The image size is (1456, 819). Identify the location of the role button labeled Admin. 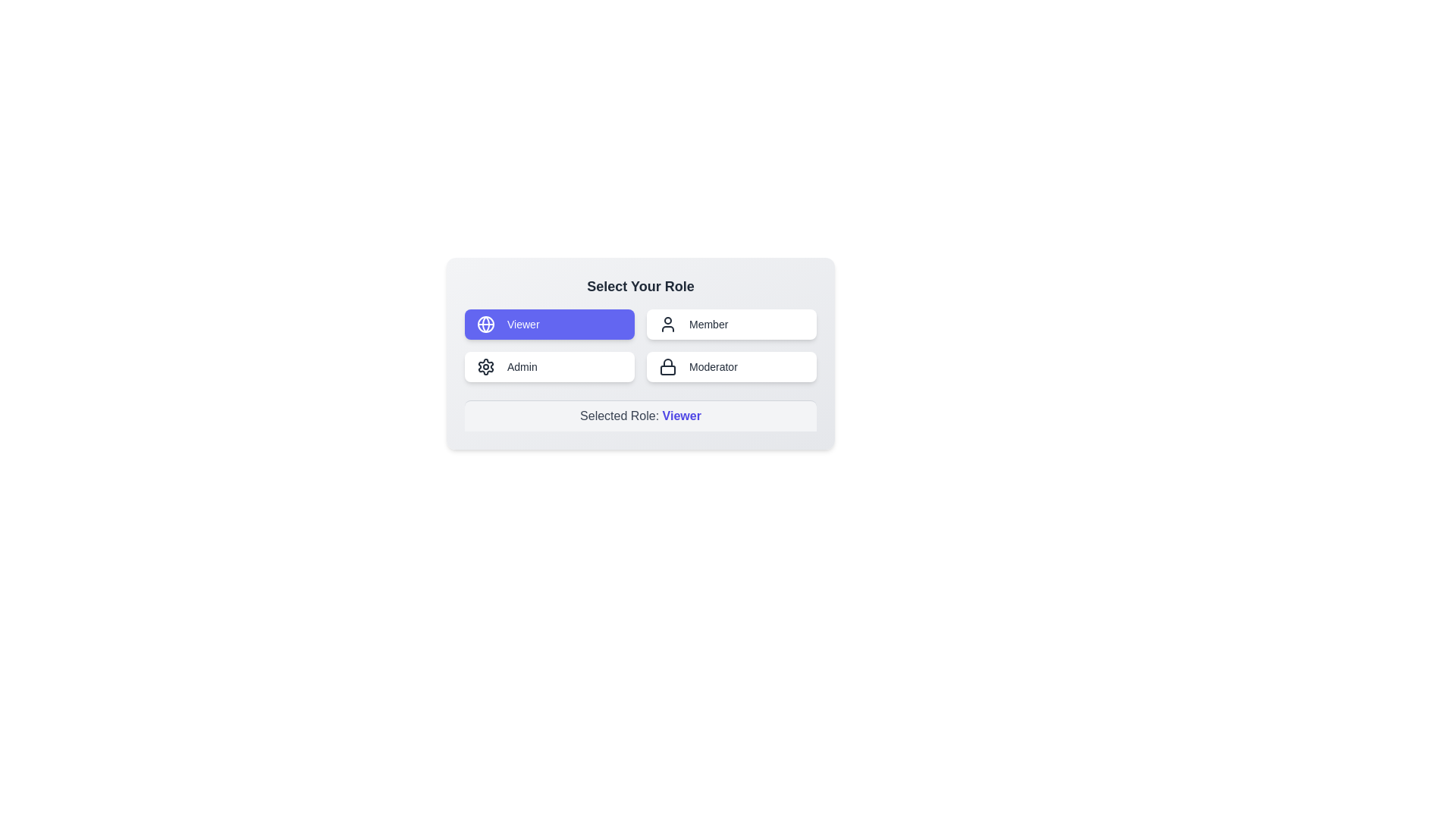
(548, 366).